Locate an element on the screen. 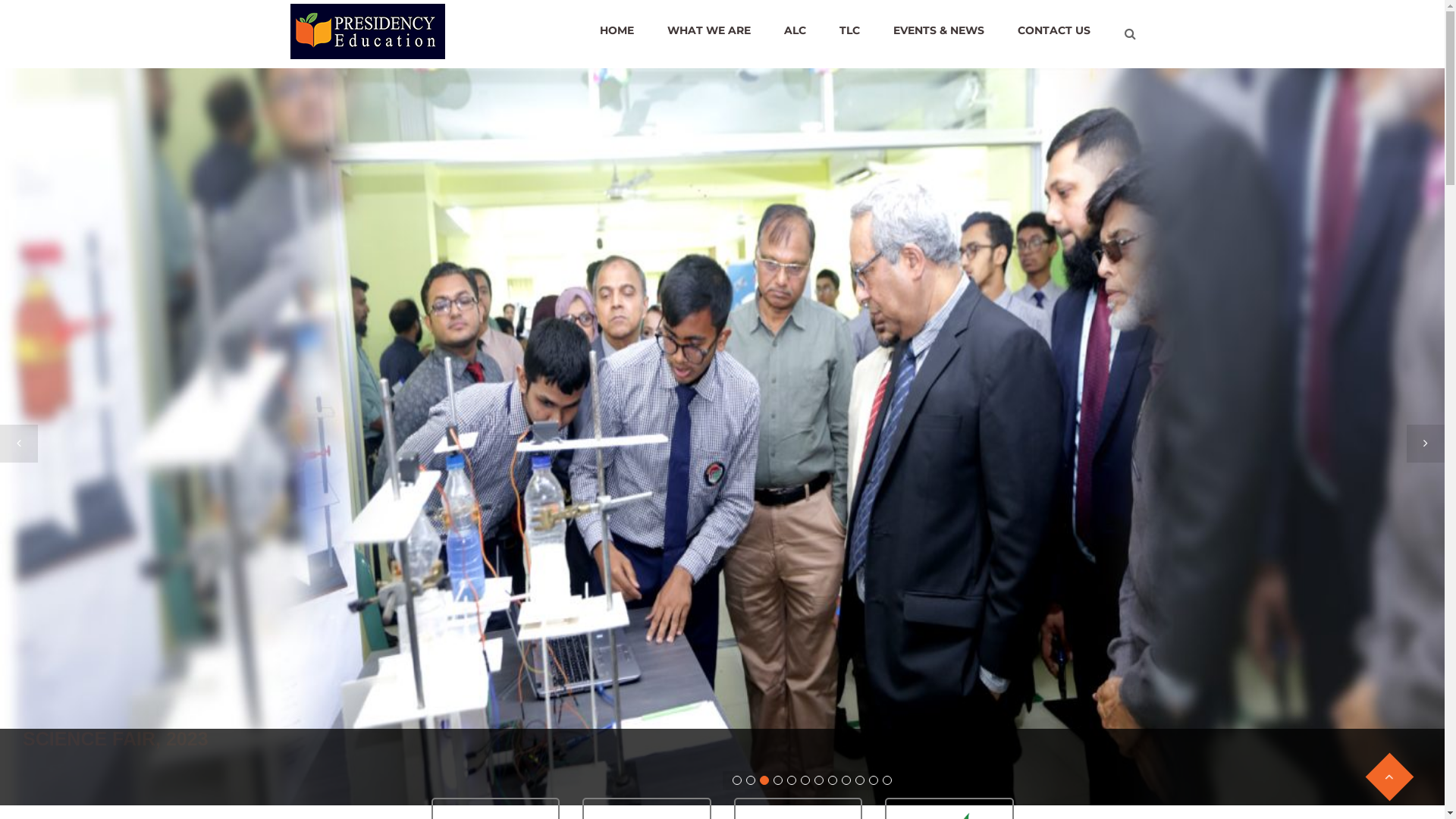 The height and width of the screenshot is (819, 1456). 'CONTACT US' is located at coordinates (1053, 30).